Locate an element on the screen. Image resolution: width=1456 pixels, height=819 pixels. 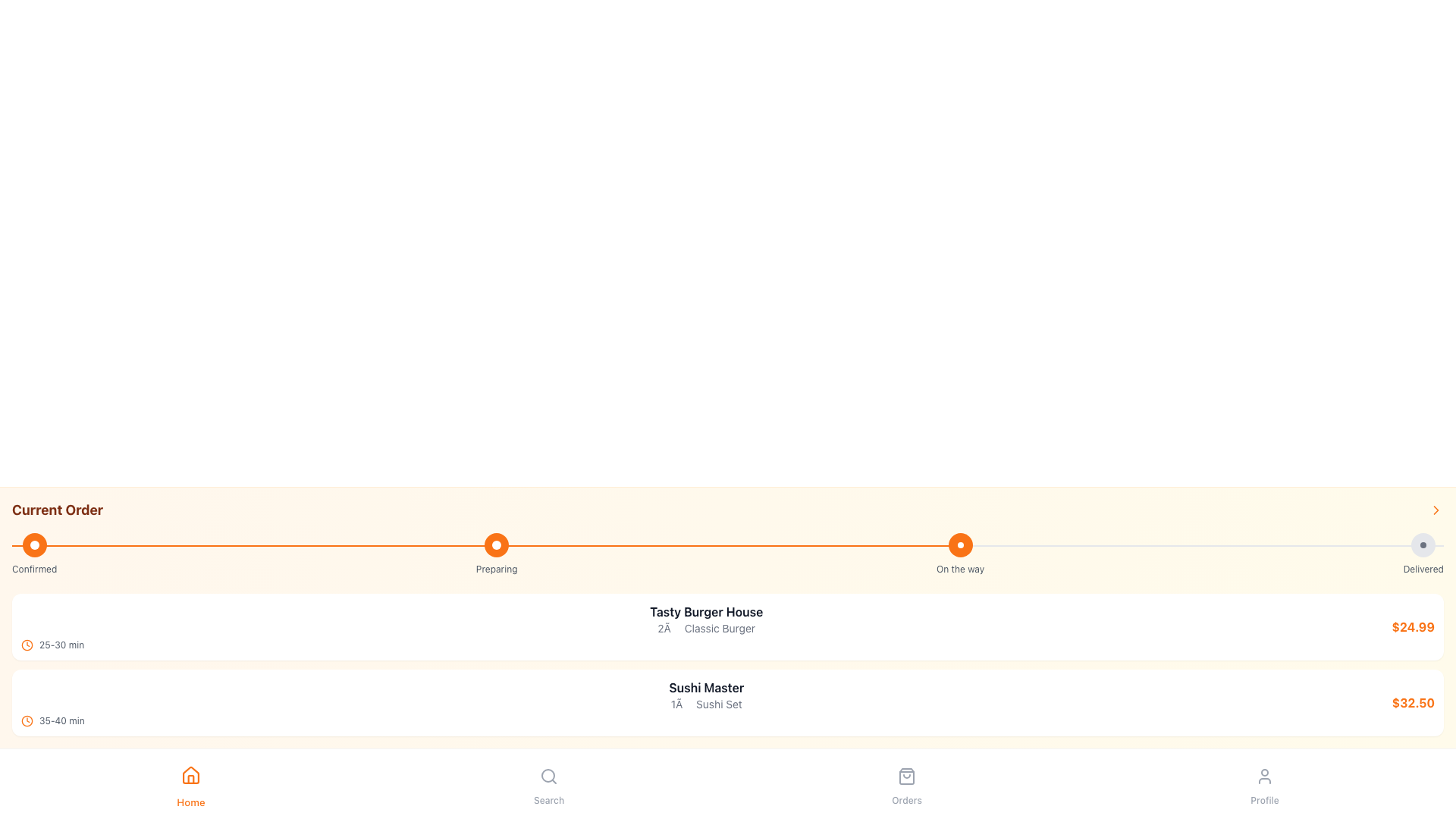
the circular magnifying glass icon within the 'Search' button in the bottom navigation bar is located at coordinates (548, 776).